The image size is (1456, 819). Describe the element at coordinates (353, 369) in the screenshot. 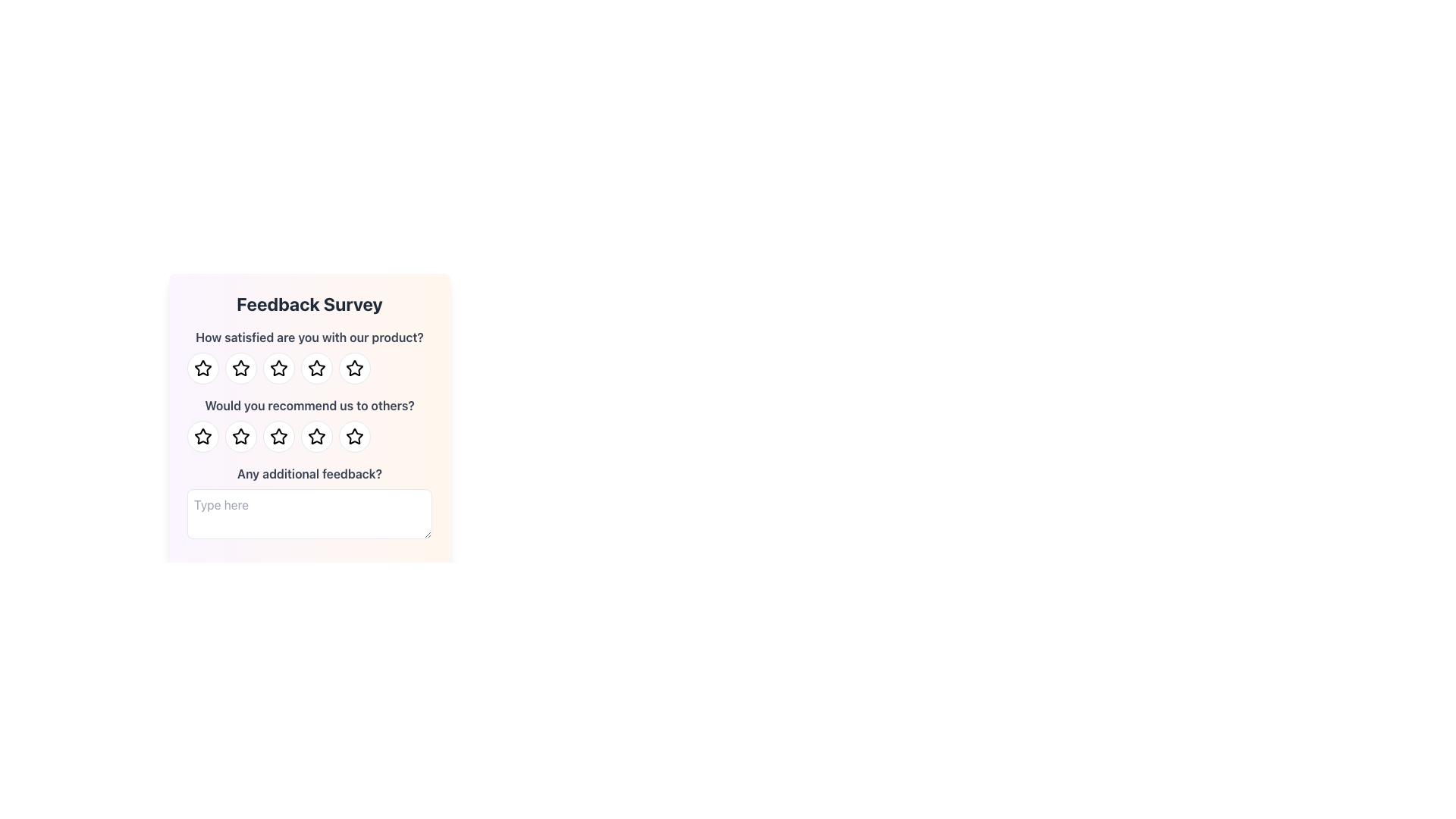

I see `the fifth rounded white button with a black star icon for keyboard interaction in the Feedback Survey form below the satisfaction question` at that location.